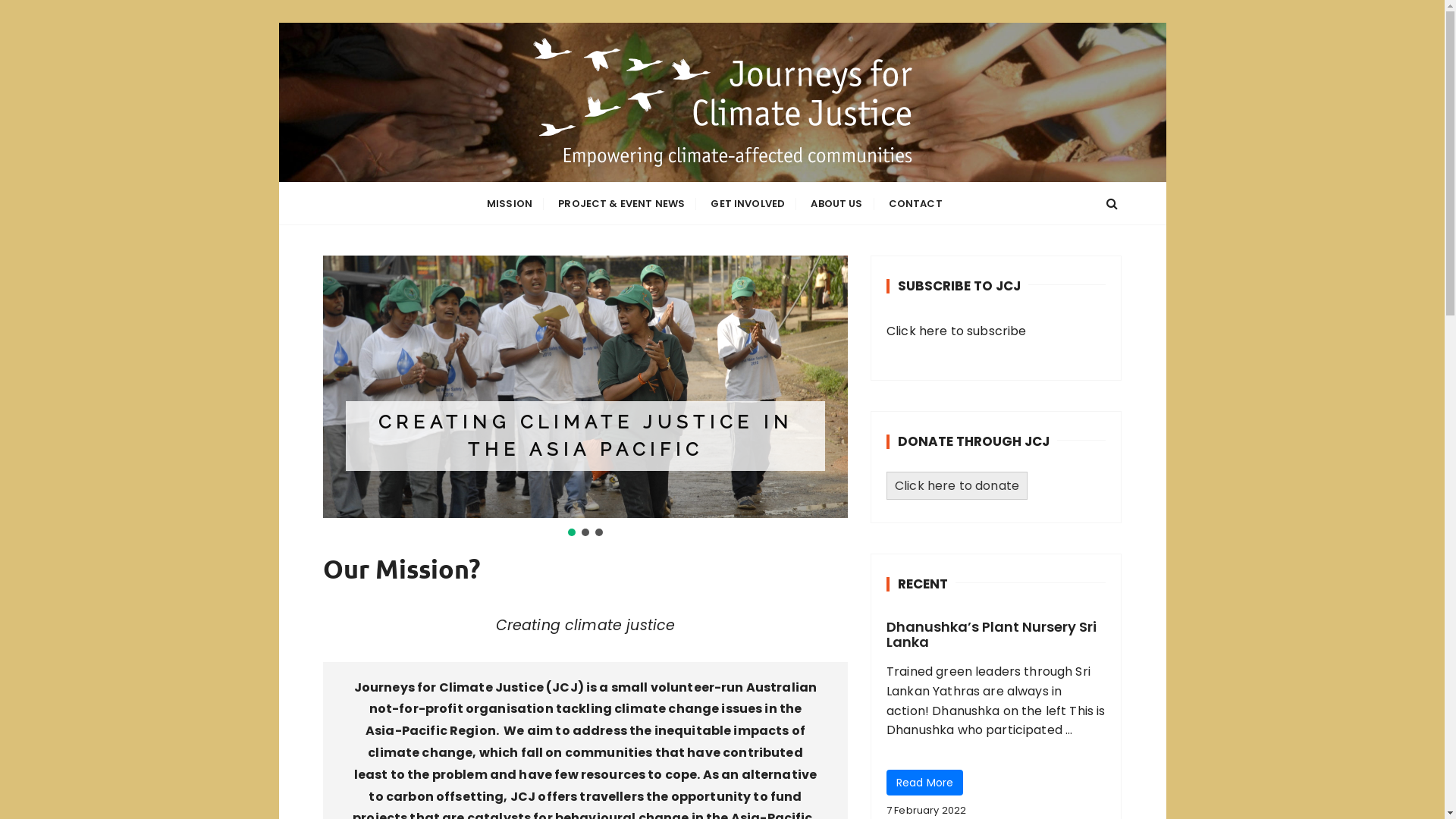 The height and width of the screenshot is (819, 1456). What do you see at coordinates (915, 202) in the screenshot?
I see `'CONTACT'` at bounding box center [915, 202].